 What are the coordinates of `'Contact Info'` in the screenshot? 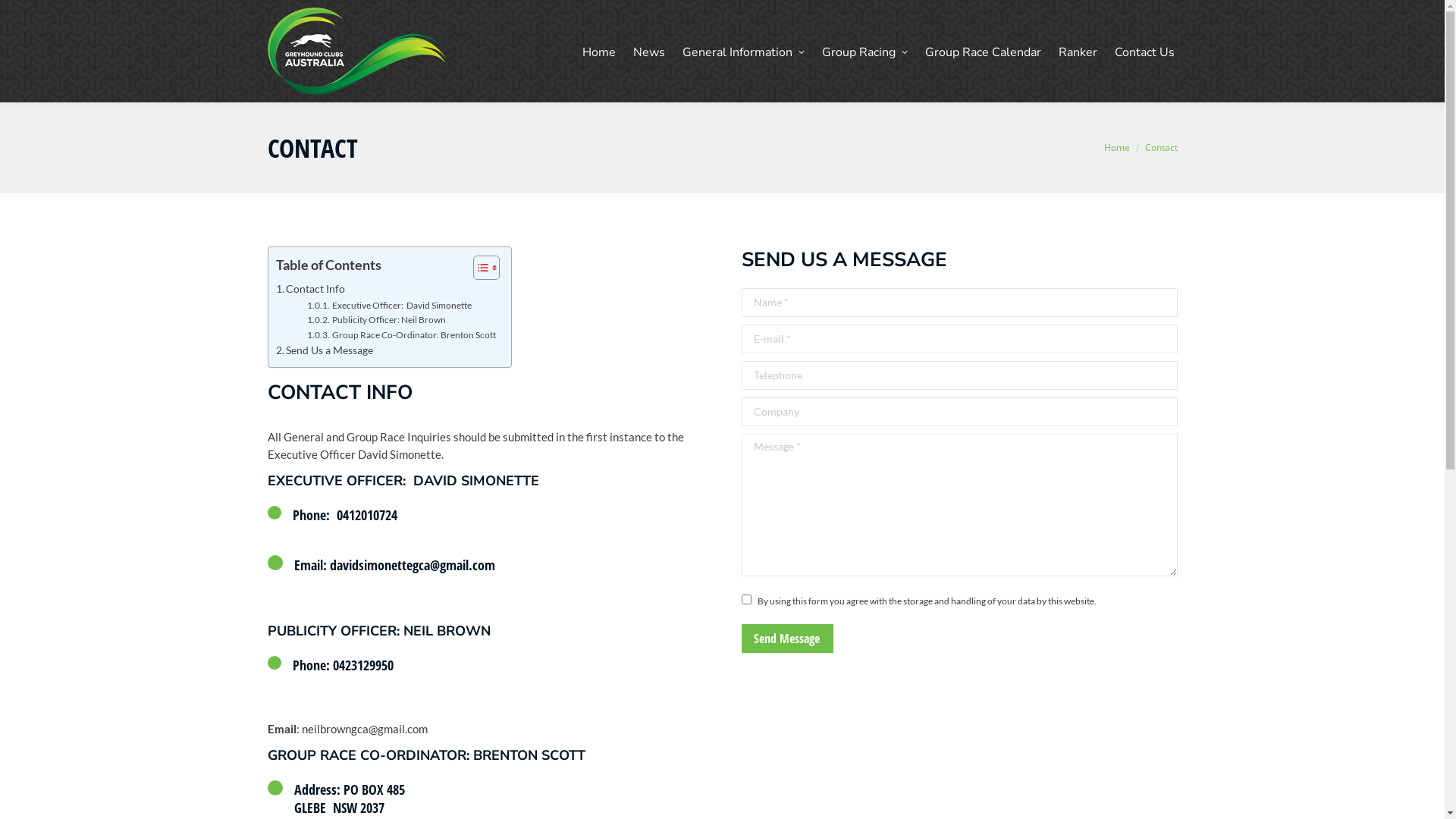 It's located at (276, 289).